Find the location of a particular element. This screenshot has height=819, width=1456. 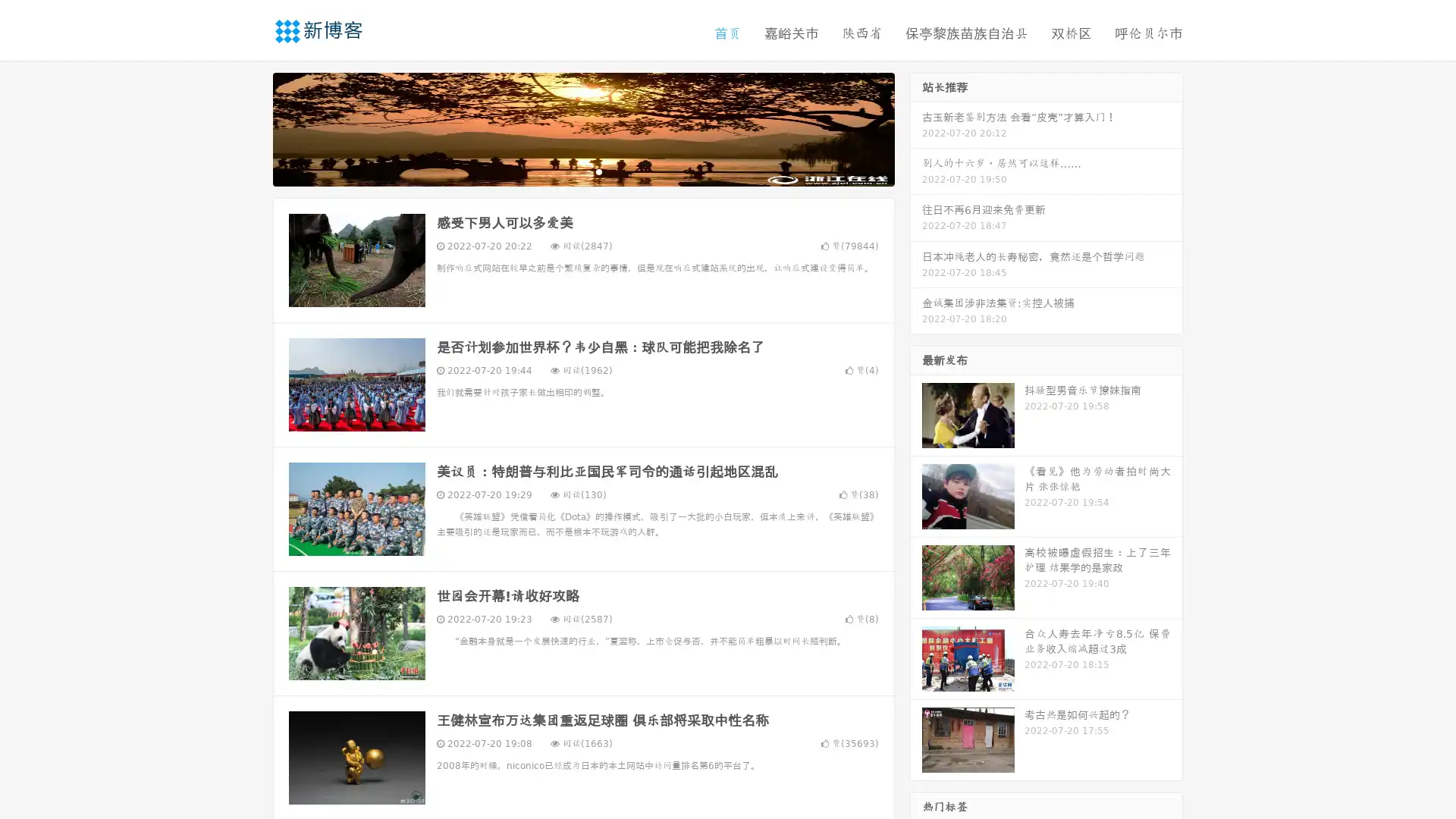

Previous slide is located at coordinates (250, 127).